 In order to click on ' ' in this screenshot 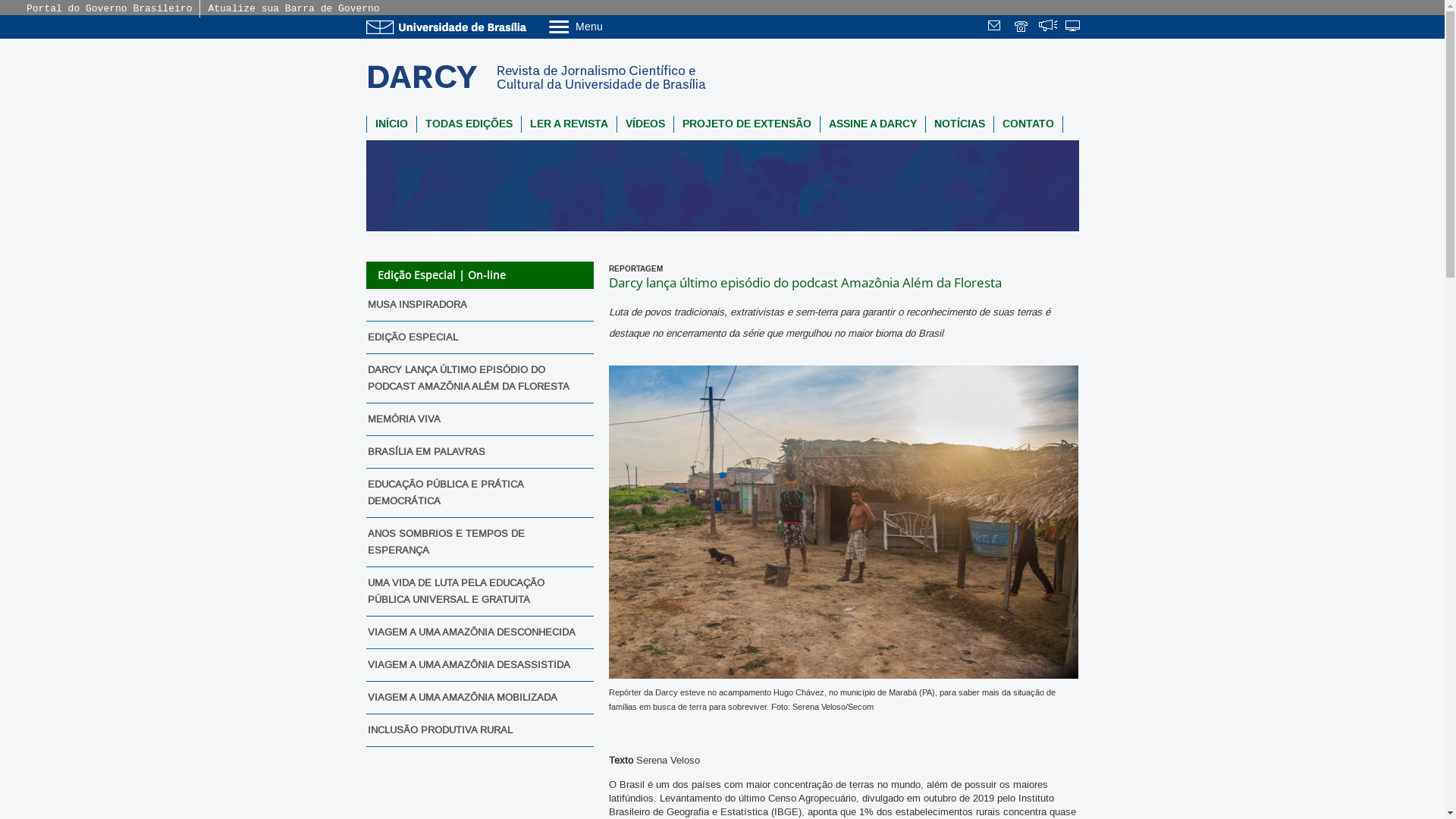, I will do `click(1022, 27)`.